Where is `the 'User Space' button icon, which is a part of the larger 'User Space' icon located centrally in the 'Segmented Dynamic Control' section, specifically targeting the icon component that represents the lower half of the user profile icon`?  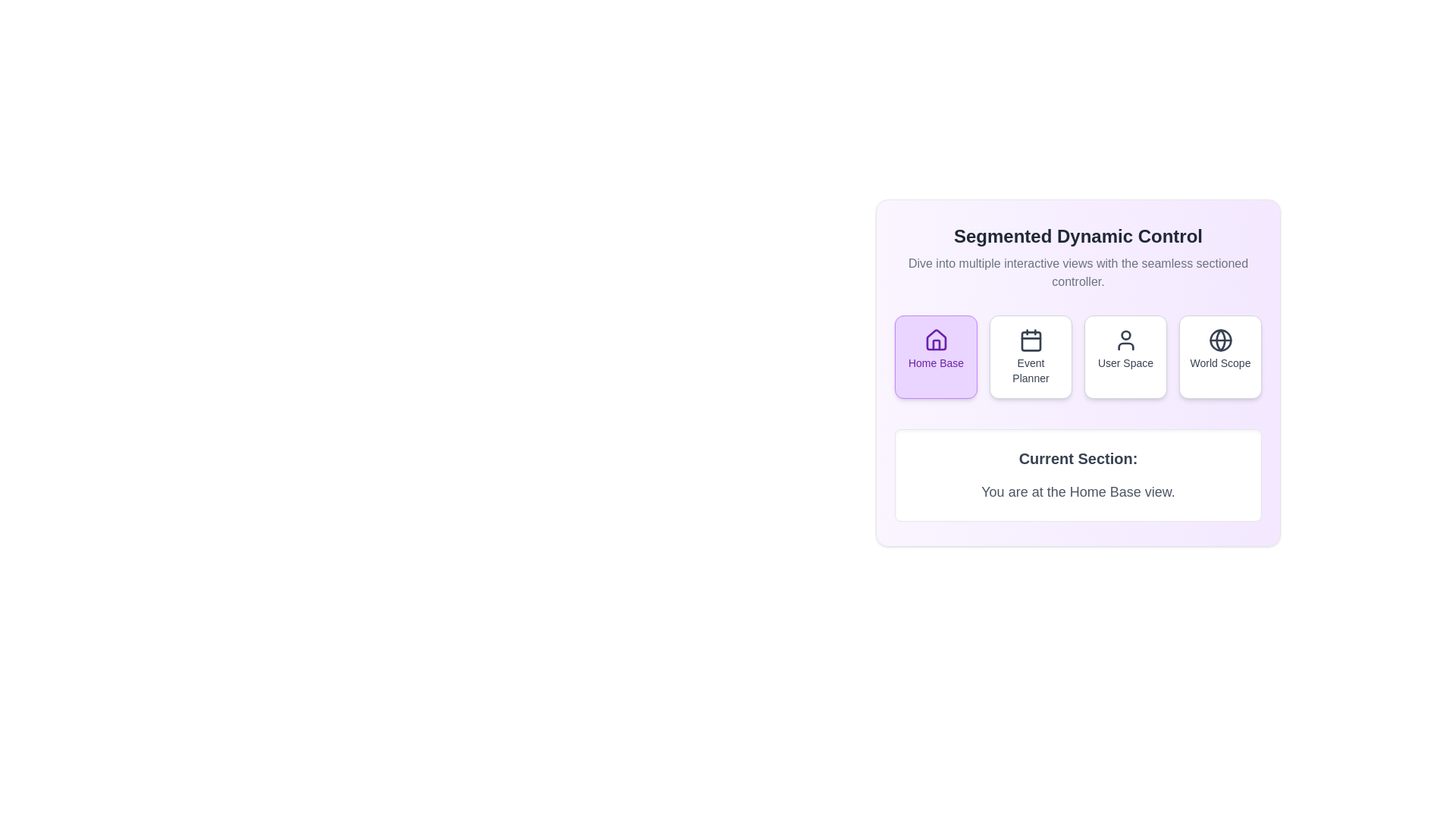 the 'User Space' button icon, which is a part of the larger 'User Space' icon located centrally in the 'Segmented Dynamic Control' section, specifically targeting the icon component that represents the lower half of the user profile icon is located at coordinates (1125, 346).